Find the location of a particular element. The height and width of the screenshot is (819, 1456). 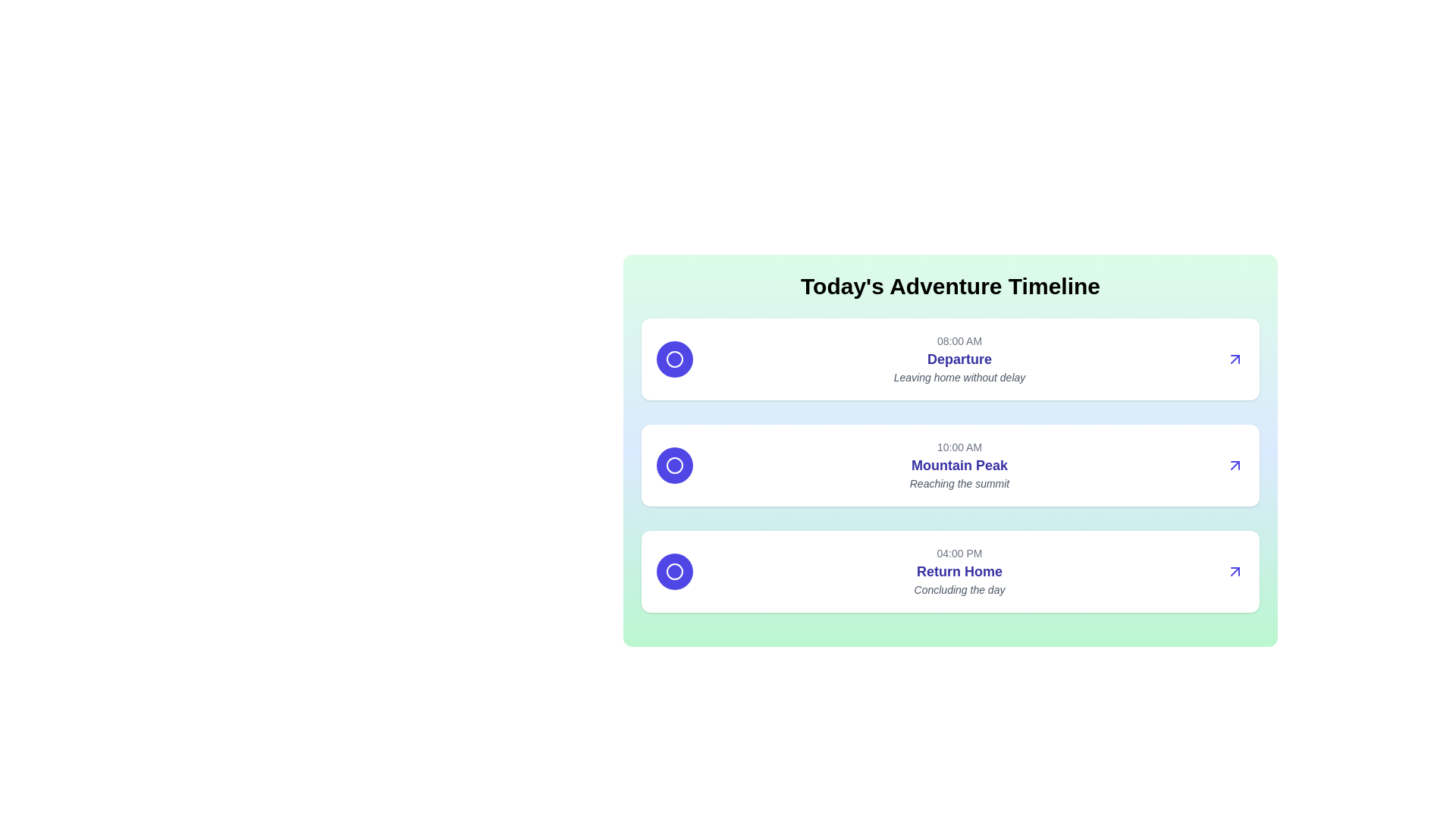

the leftmost icon in the timeline corresponding to the 'Return Home' event is located at coordinates (673, 571).